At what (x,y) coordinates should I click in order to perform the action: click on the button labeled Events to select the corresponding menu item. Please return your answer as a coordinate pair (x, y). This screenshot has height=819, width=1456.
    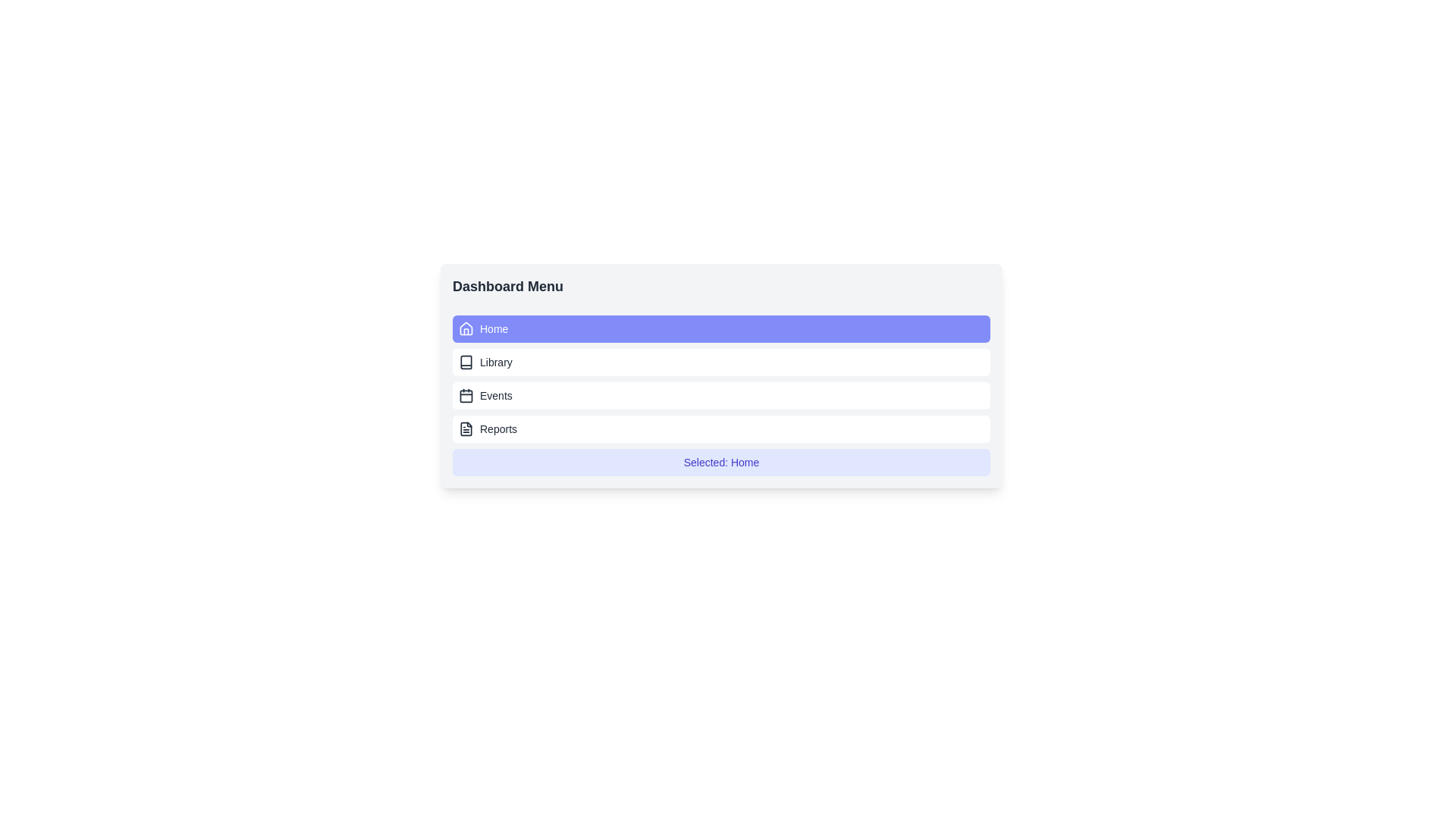
    Looking at the image, I should click on (720, 394).